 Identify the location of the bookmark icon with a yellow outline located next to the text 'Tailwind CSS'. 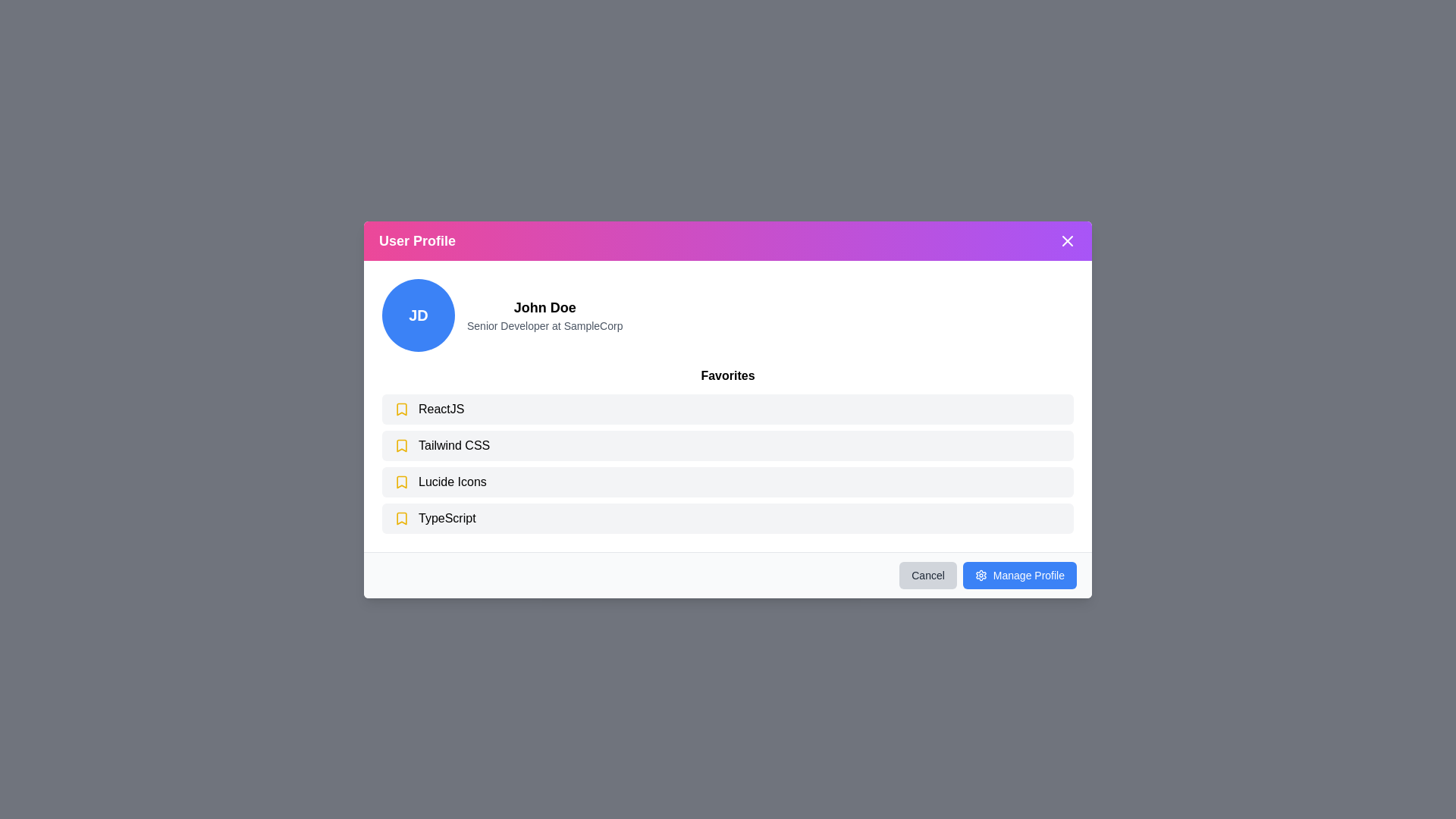
(401, 444).